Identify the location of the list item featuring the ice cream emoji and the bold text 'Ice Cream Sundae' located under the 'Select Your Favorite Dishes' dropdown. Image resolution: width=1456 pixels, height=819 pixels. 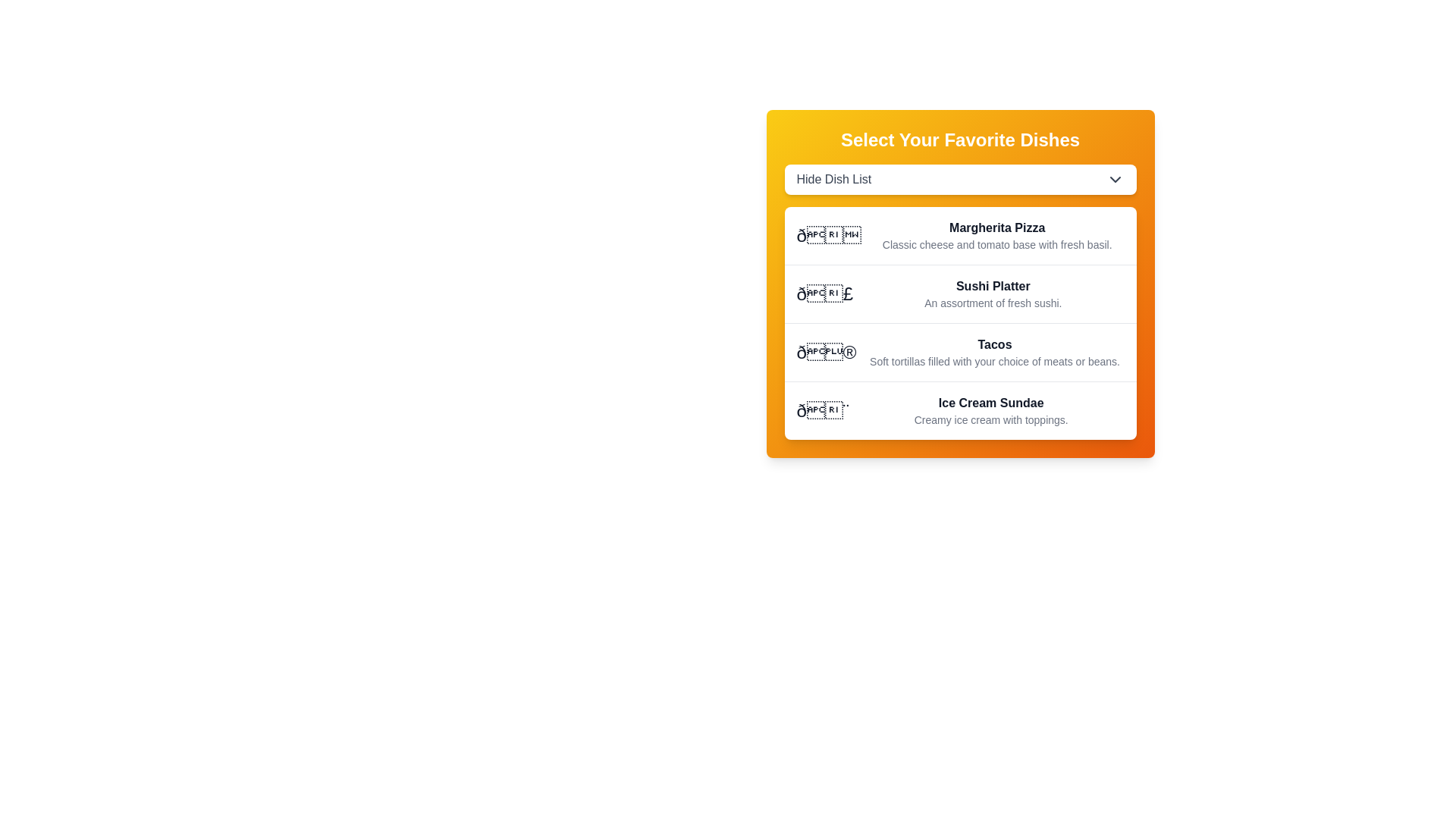
(959, 410).